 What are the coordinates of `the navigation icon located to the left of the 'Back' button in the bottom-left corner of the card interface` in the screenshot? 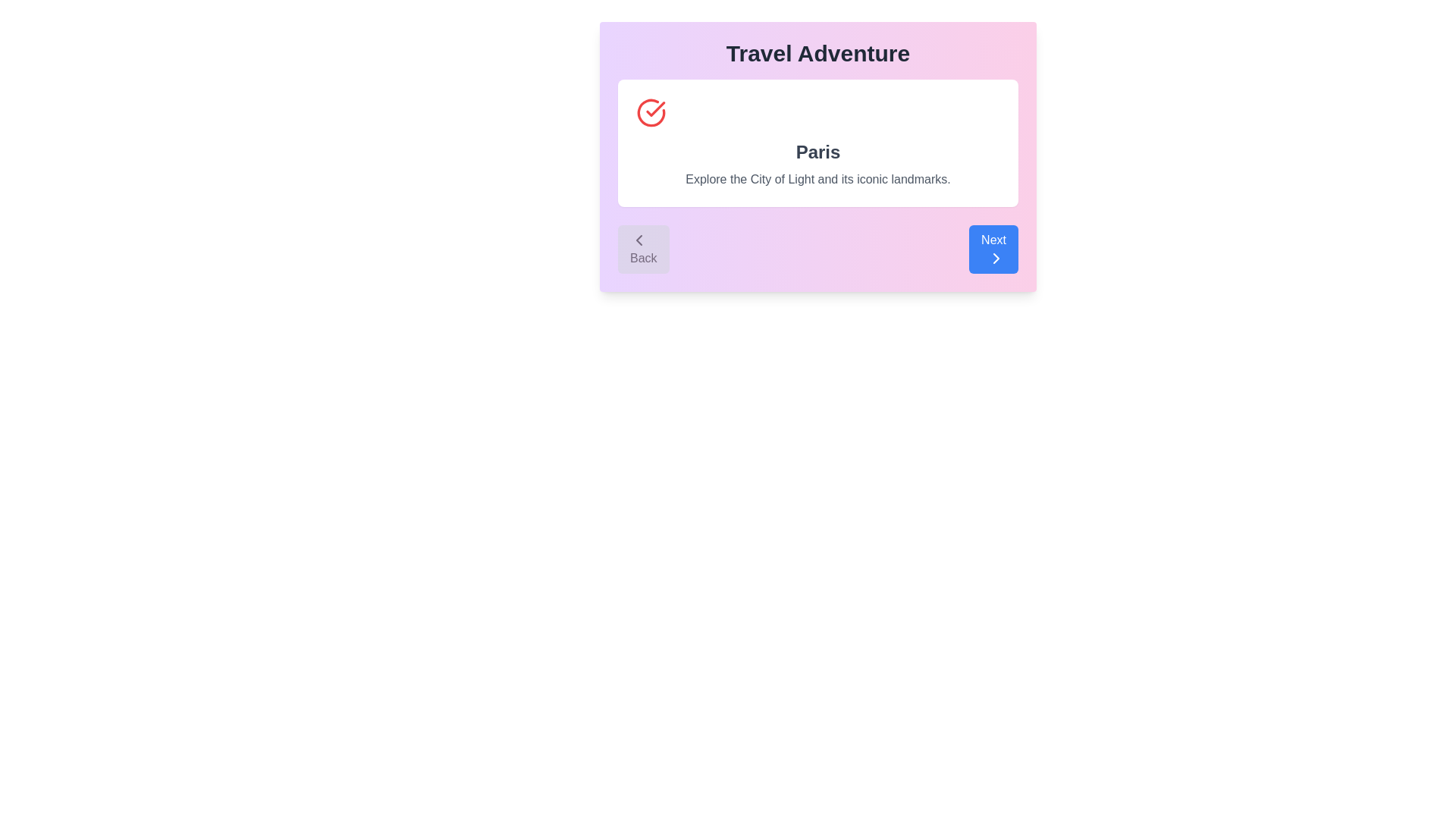 It's located at (639, 239).